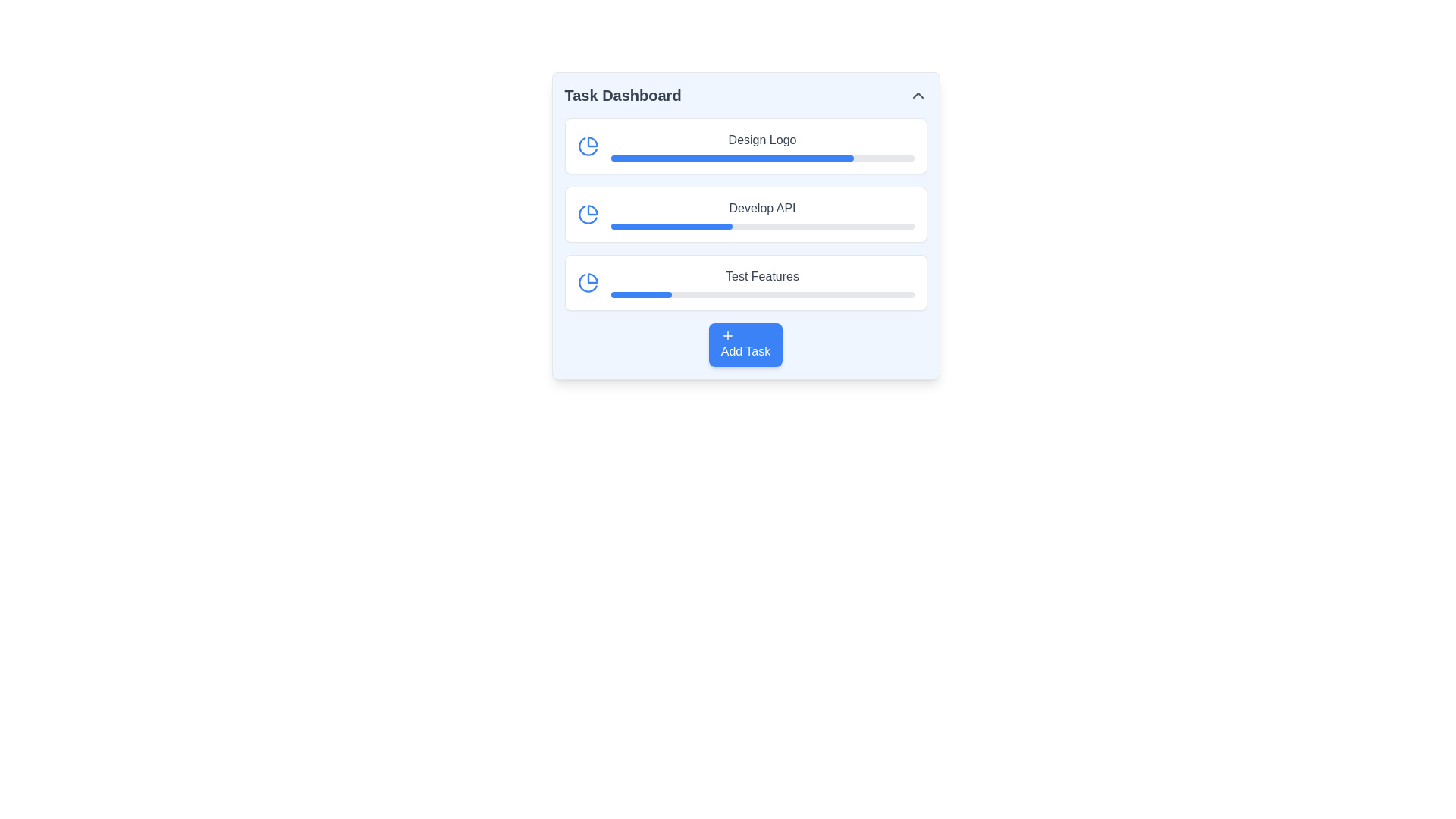  Describe the element at coordinates (745, 345) in the screenshot. I see `the 'Add Task' button located at the center of the 'Task Dashboard' card, which opens a form for inputting task details` at that location.